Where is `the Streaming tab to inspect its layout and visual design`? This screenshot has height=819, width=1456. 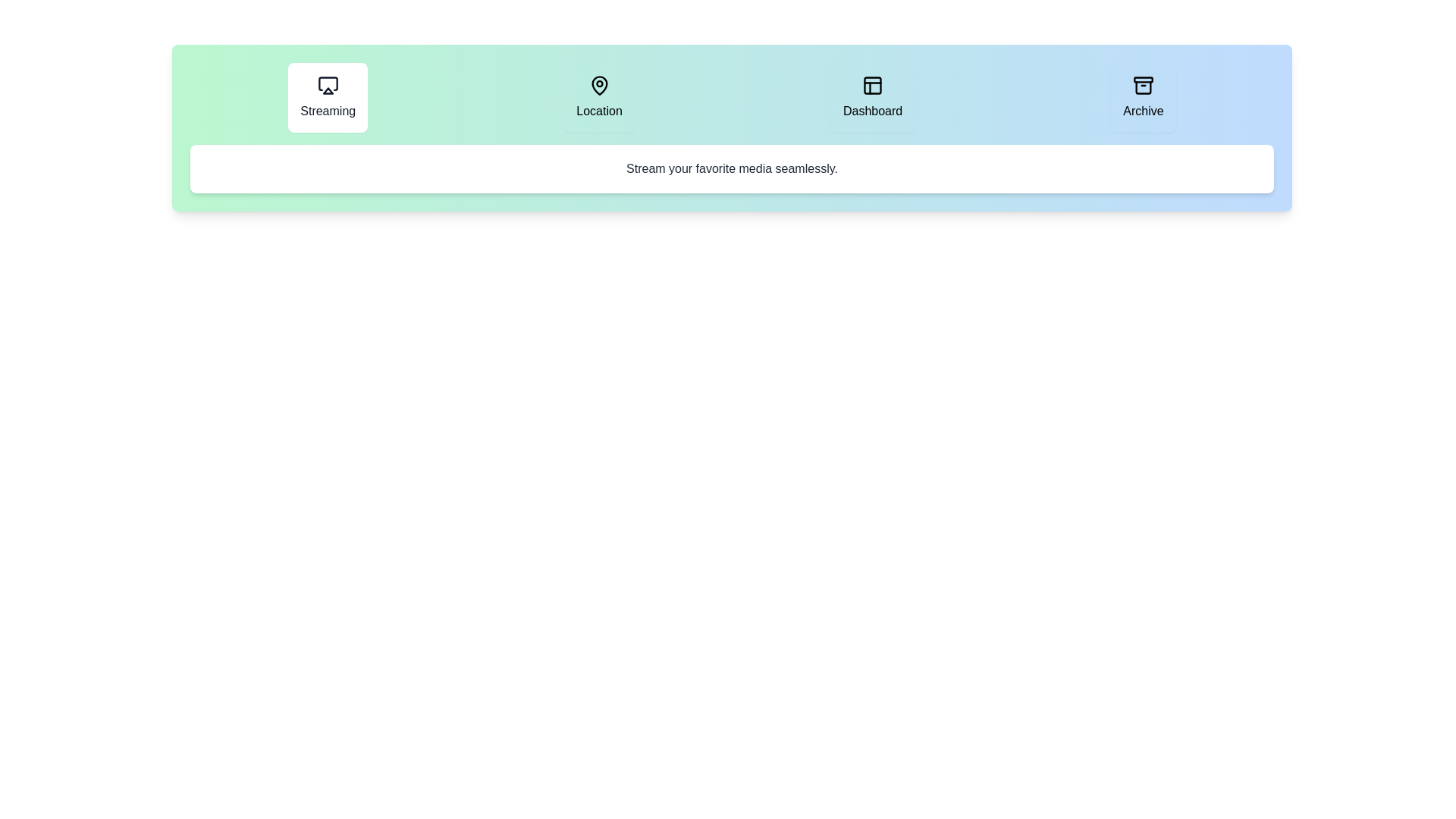
the Streaming tab to inspect its layout and visual design is located at coordinates (327, 97).